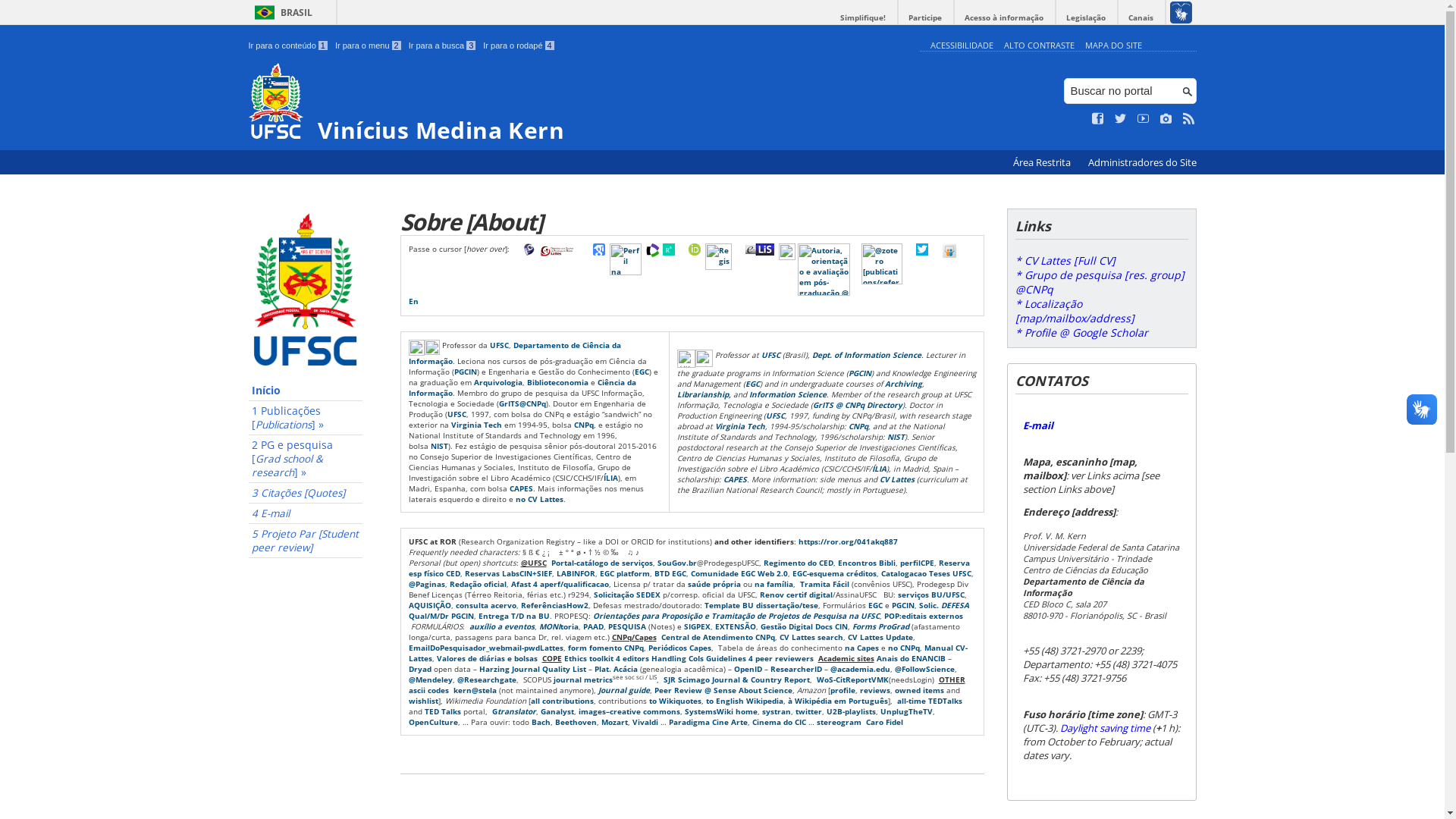  What do you see at coordinates (556, 381) in the screenshot?
I see `'Biblioteconomia'` at bounding box center [556, 381].